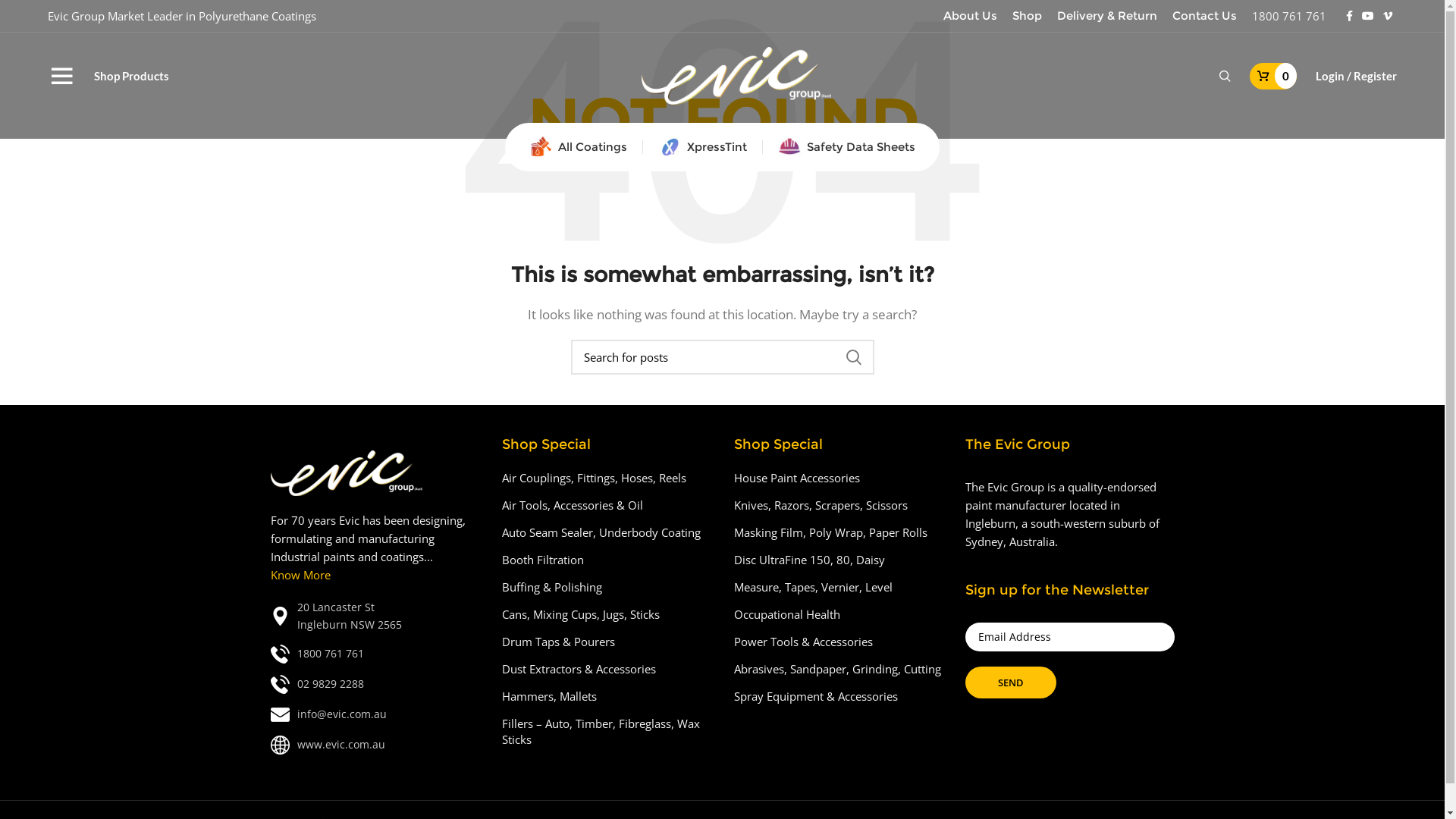 The width and height of the screenshot is (1456, 819). Describe the element at coordinates (734, 642) in the screenshot. I see `'Power Tools & Accessories'` at that location.